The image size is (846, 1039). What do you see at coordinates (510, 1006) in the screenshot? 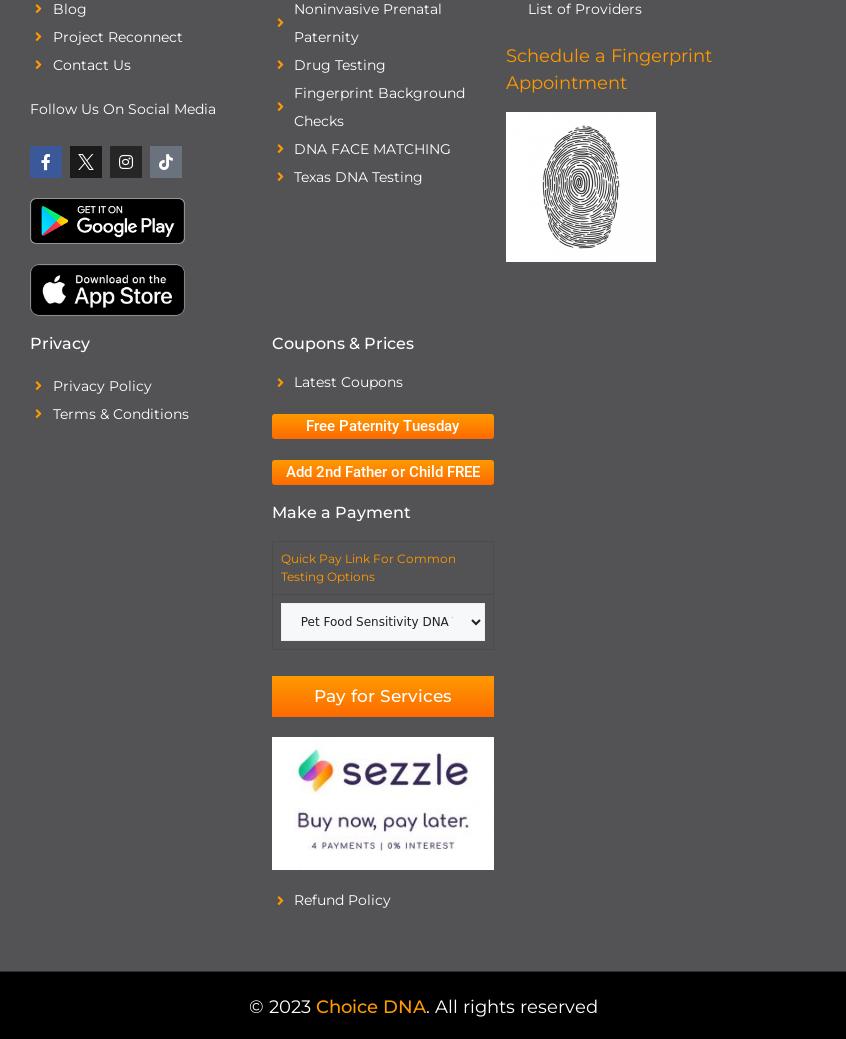
I see `'. All rights reserved'` at bounding box center [510, 1006].